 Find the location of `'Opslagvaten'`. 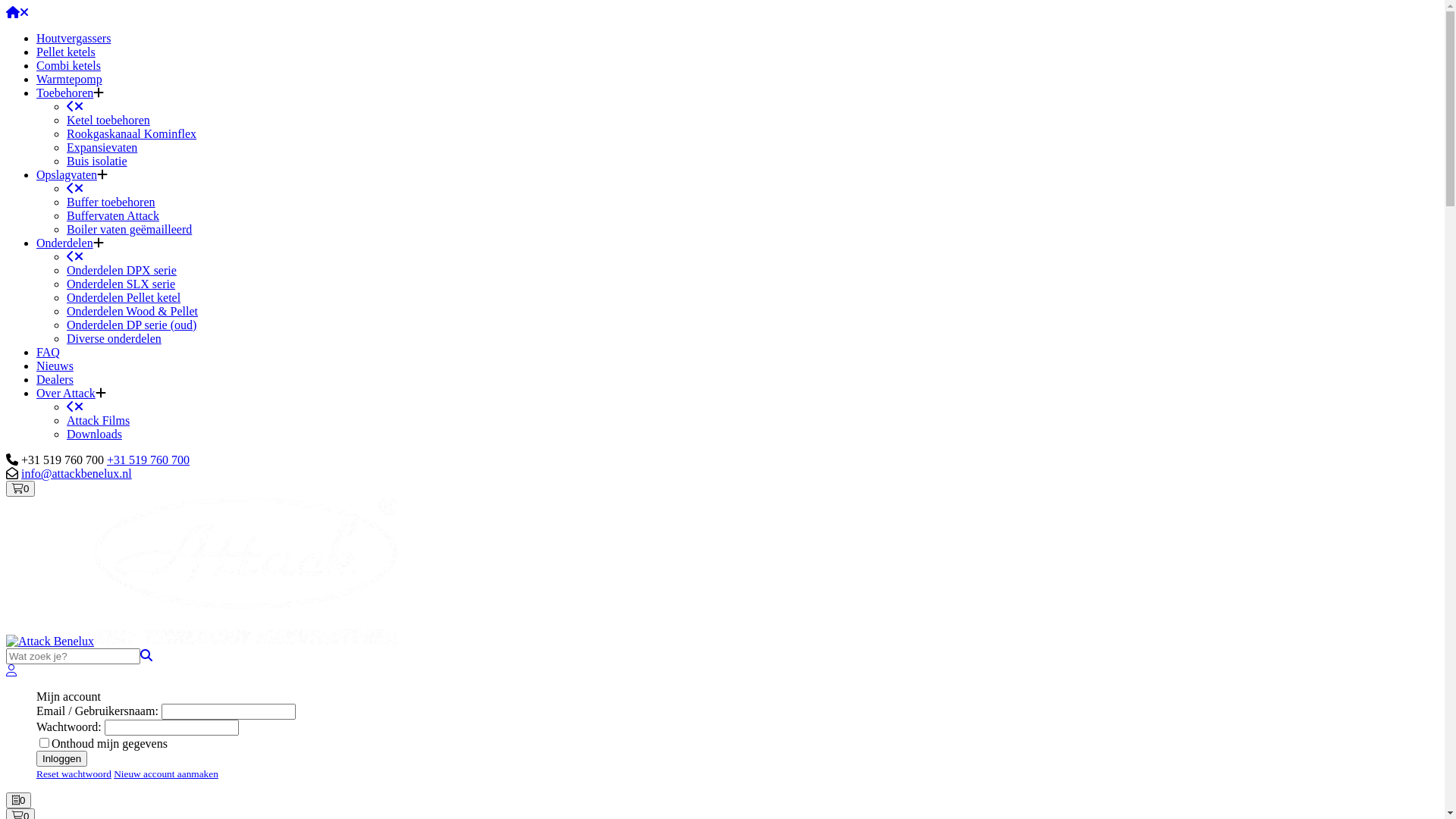

'Opslagvaten' is located at coordinates (36, 174).